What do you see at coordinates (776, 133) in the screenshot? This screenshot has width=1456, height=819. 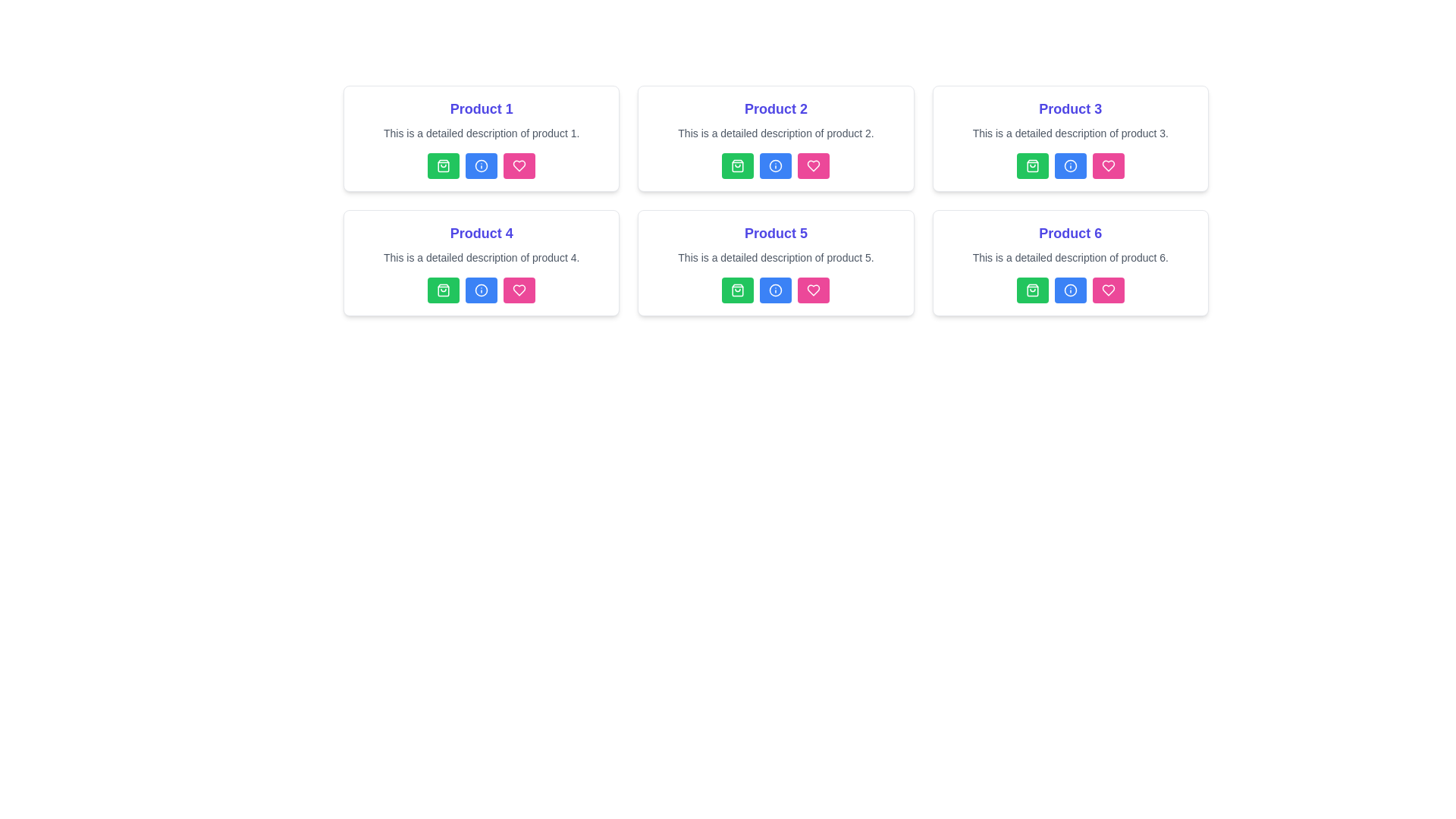 I see `the Text label located below the title 'Product 2' and above the row of three buttons in the second product card` at bounding box center [776, 133].